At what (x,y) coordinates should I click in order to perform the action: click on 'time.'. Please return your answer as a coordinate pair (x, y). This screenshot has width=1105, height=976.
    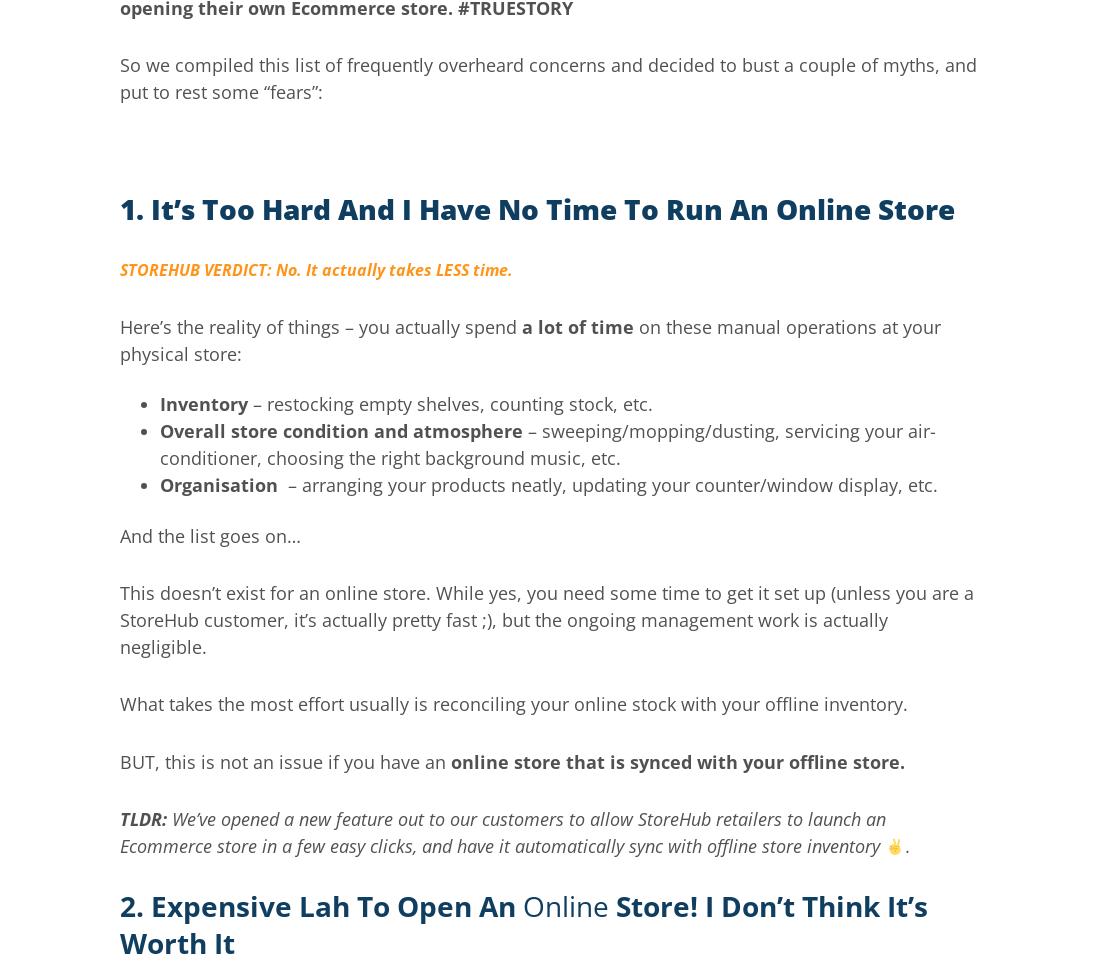
    Looking at the image, I should click on (468, 268).